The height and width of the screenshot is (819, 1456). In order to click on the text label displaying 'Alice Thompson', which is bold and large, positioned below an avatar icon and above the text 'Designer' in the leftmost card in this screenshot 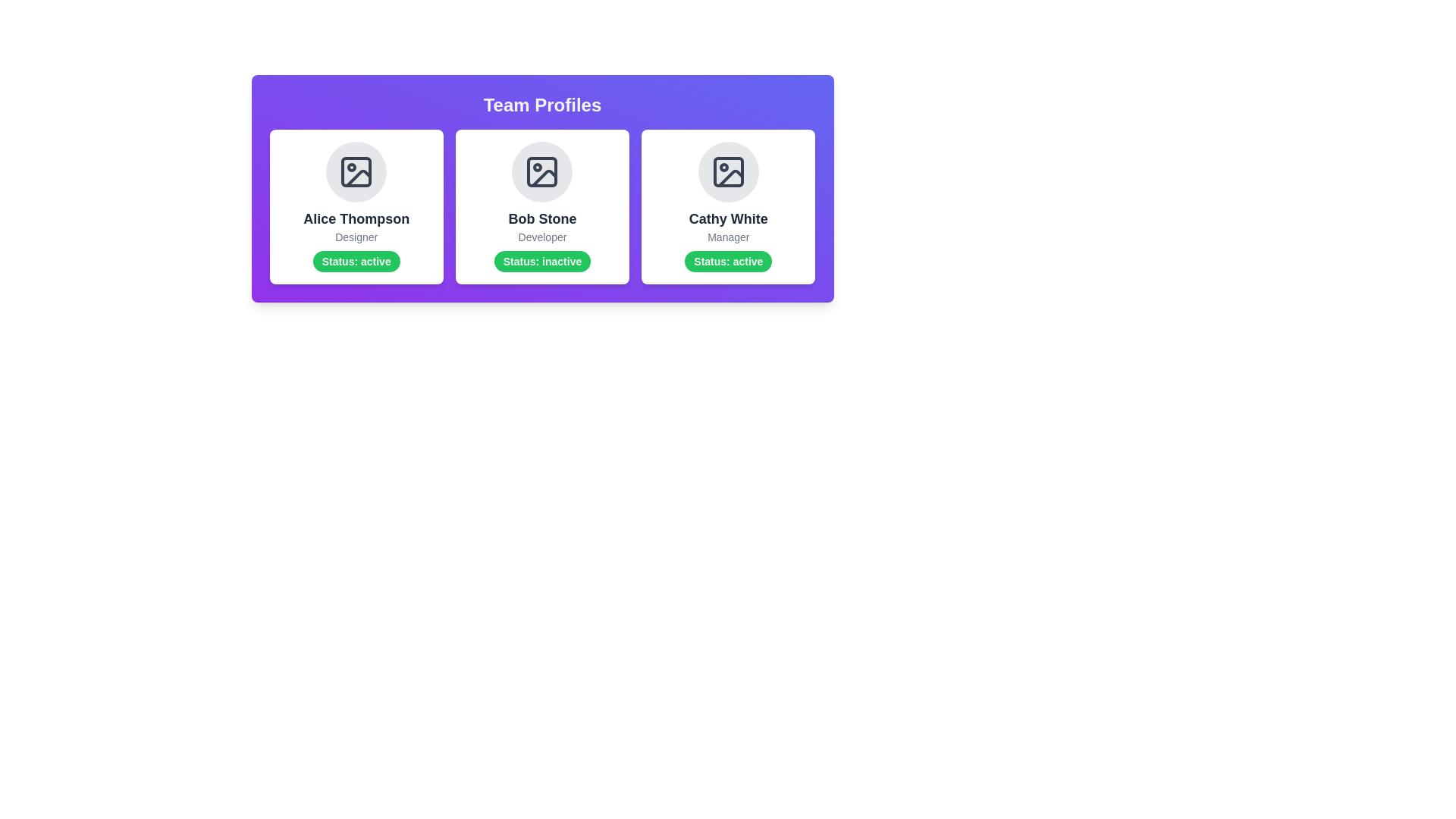, I will do `click(356, 219)`.